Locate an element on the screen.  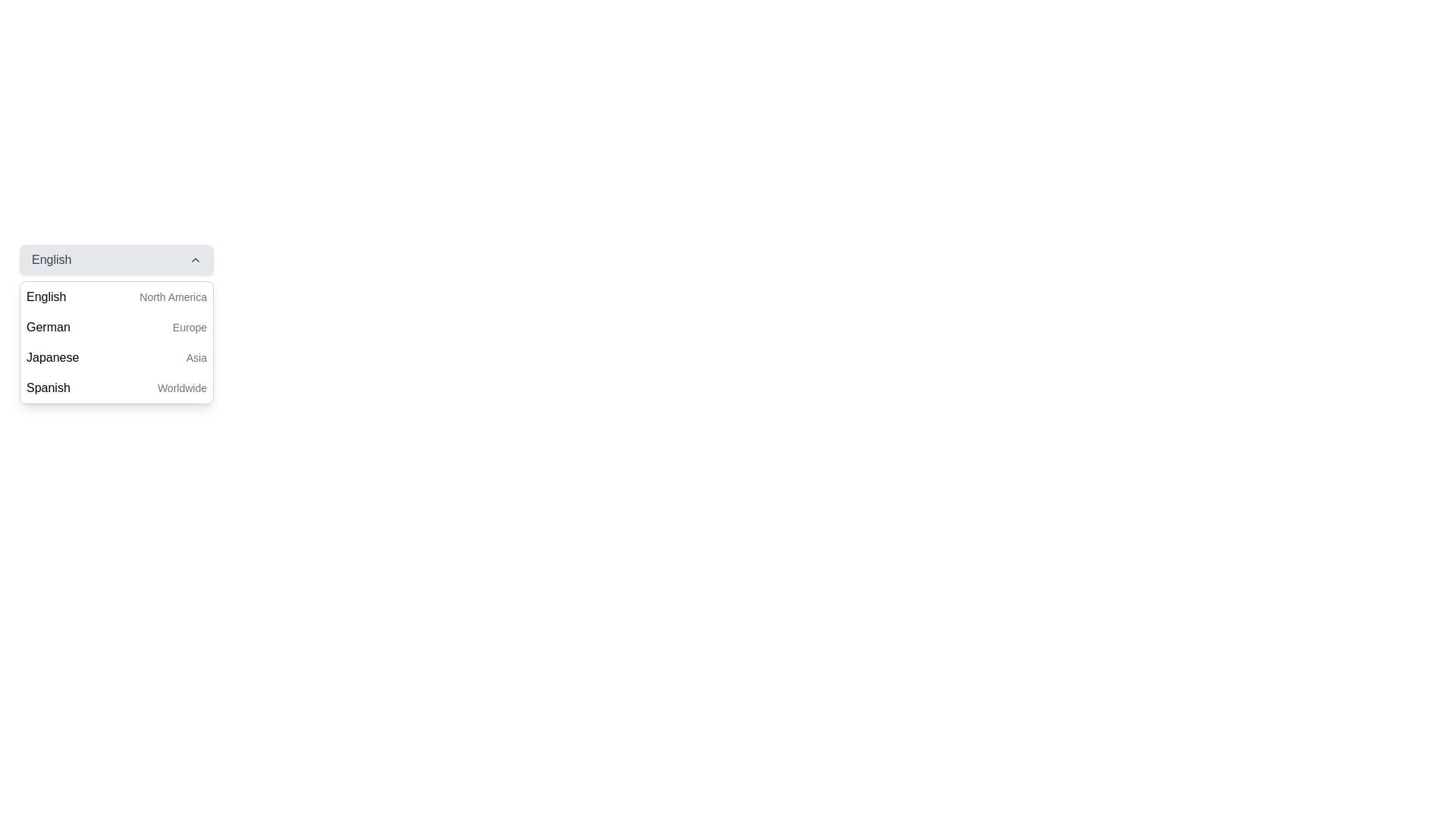
the fourth item in the dropdown menu is located at coordinates (115, 388).